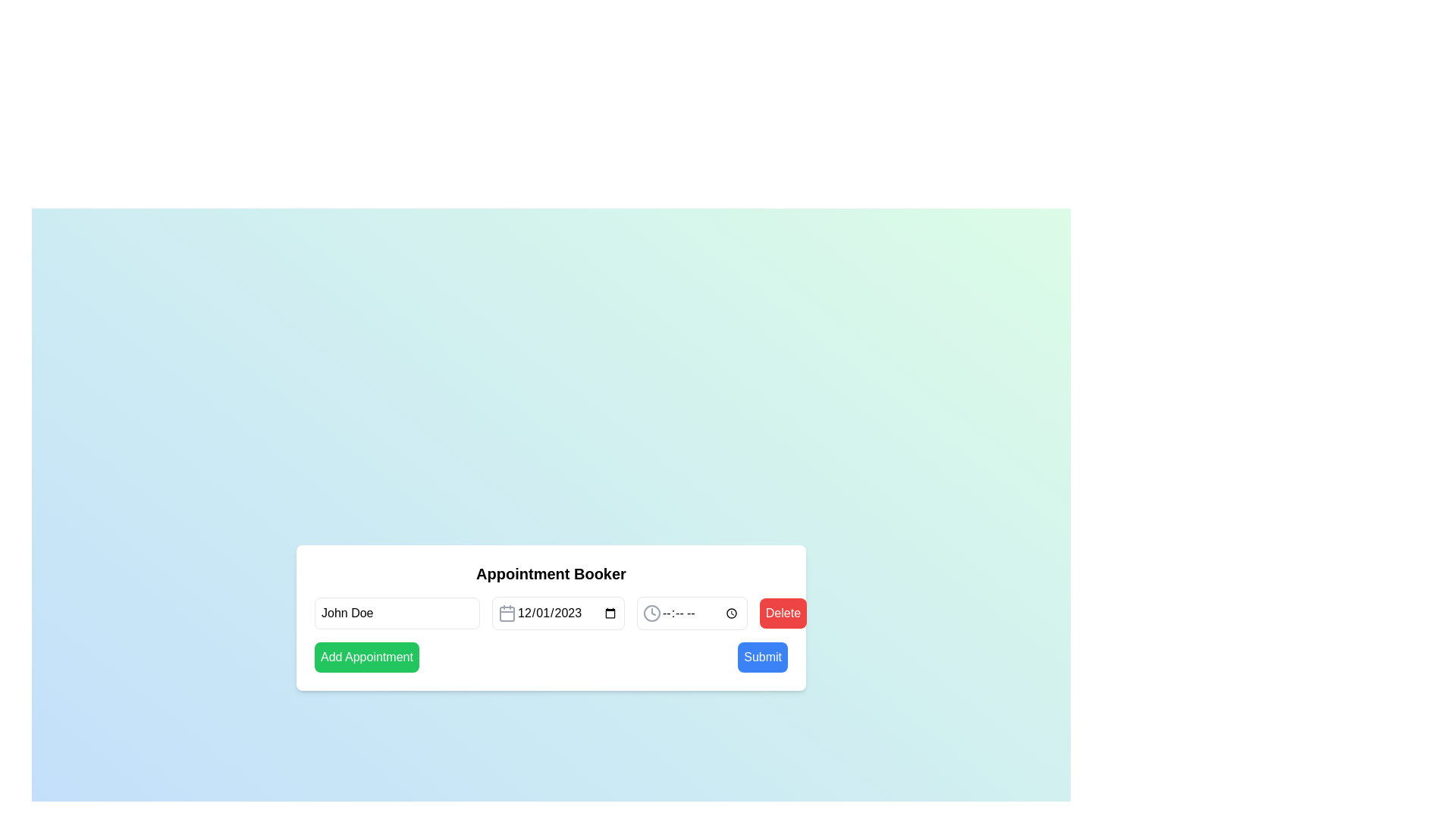 This screenshot has width=1456, height=819. Describe the element at coordinates (557, 613) in the screenshot. I see `the calendar icon of the Date input field` at that location.